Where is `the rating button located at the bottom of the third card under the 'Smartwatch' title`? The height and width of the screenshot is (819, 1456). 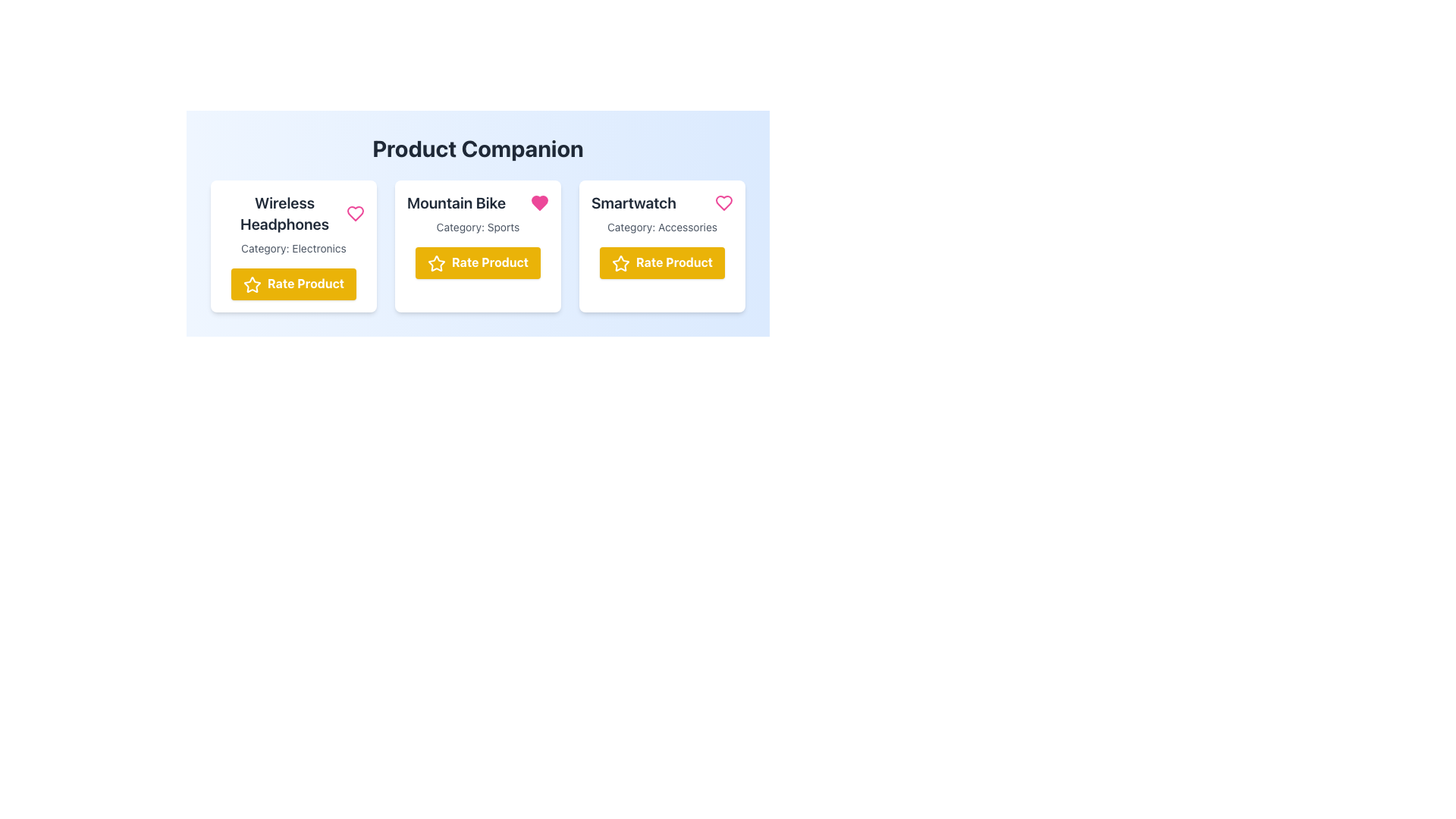
the rating button located at the bottom of the third card under the 'Smartwatch' title is located at coordinates (662, 262).